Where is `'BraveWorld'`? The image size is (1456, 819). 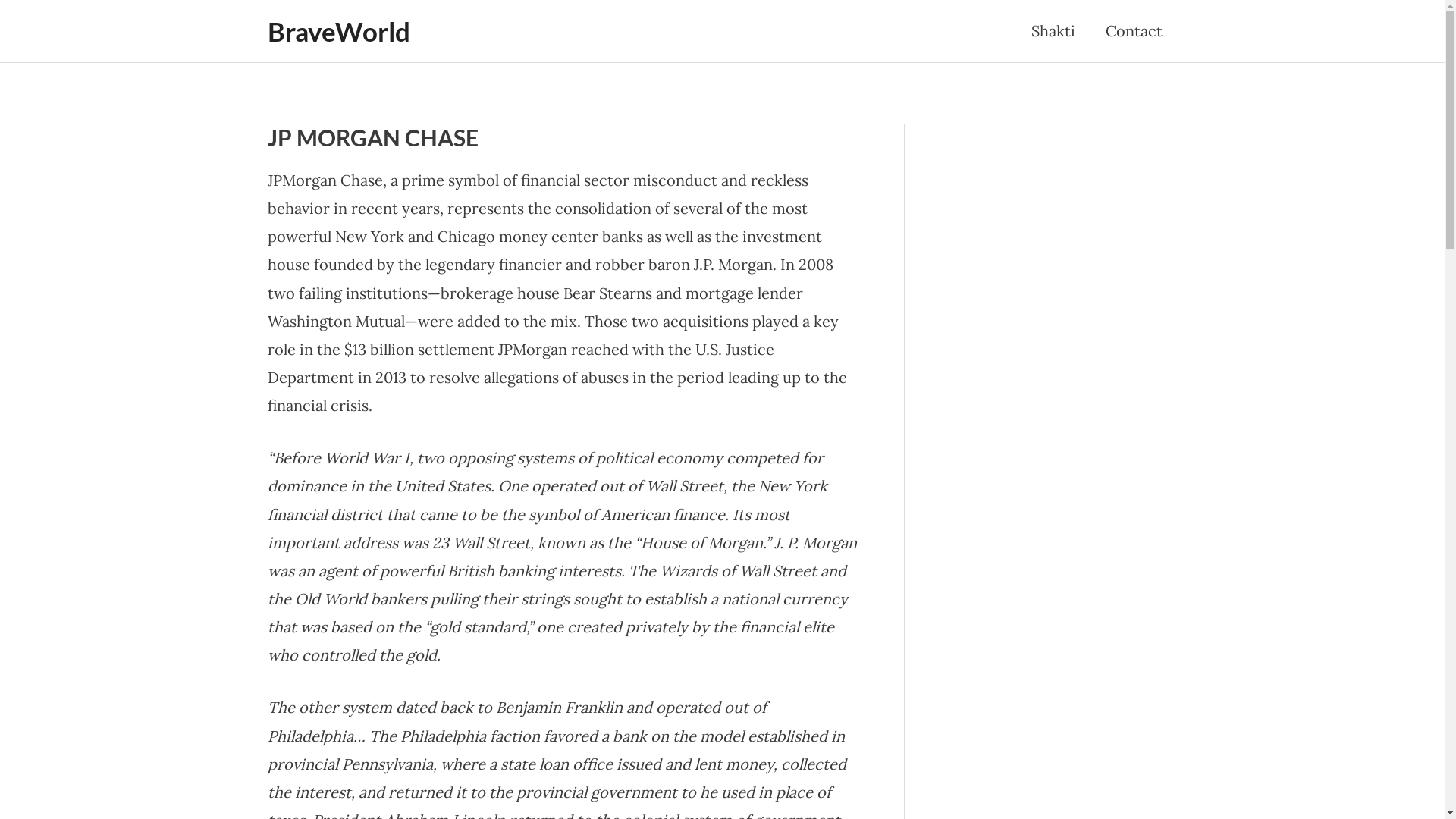 'BraveWorld' is located at coordinates (337, 31).